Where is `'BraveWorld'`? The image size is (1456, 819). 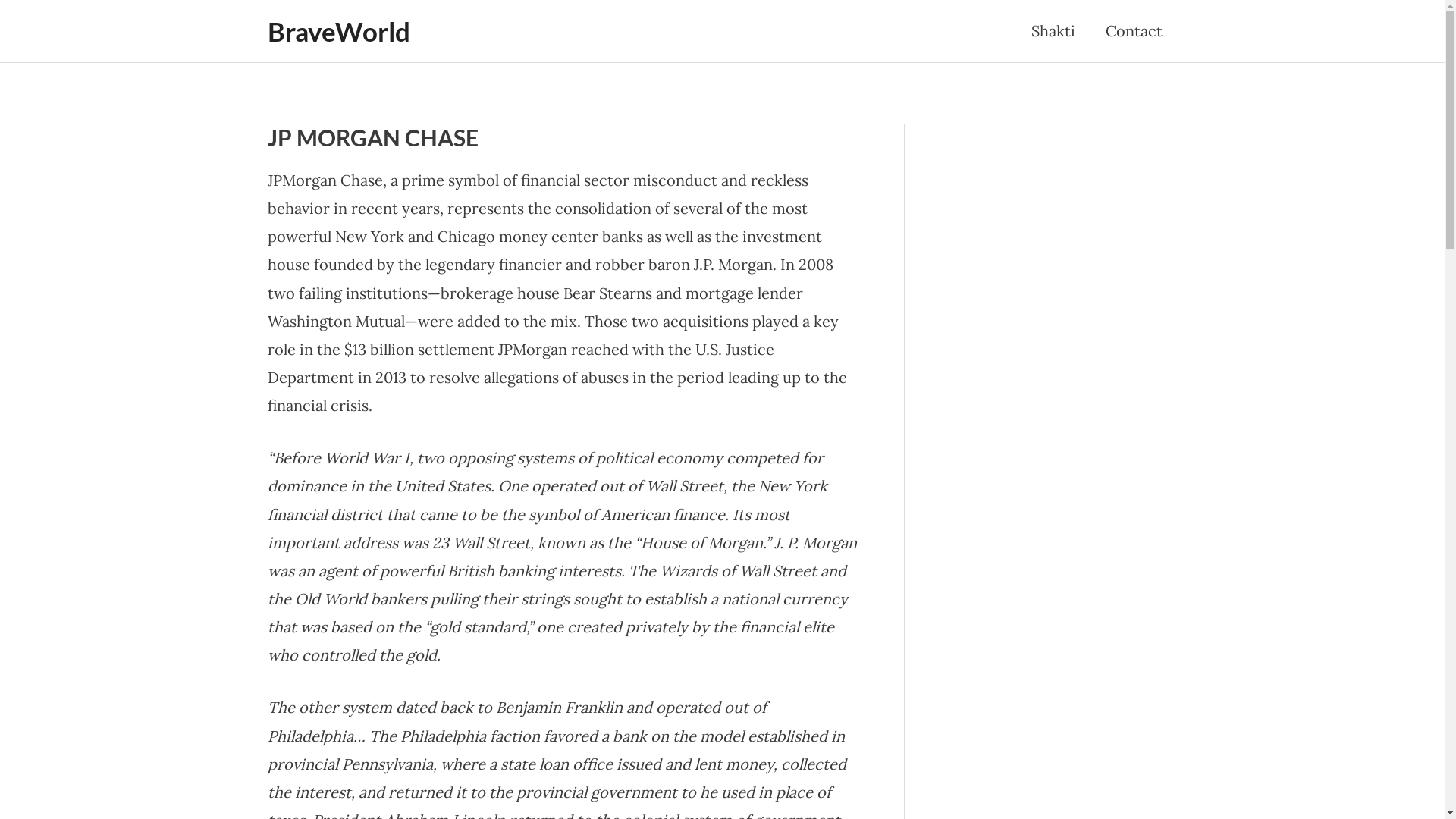 'BraveWorld' is located at coordinates (337, 31).